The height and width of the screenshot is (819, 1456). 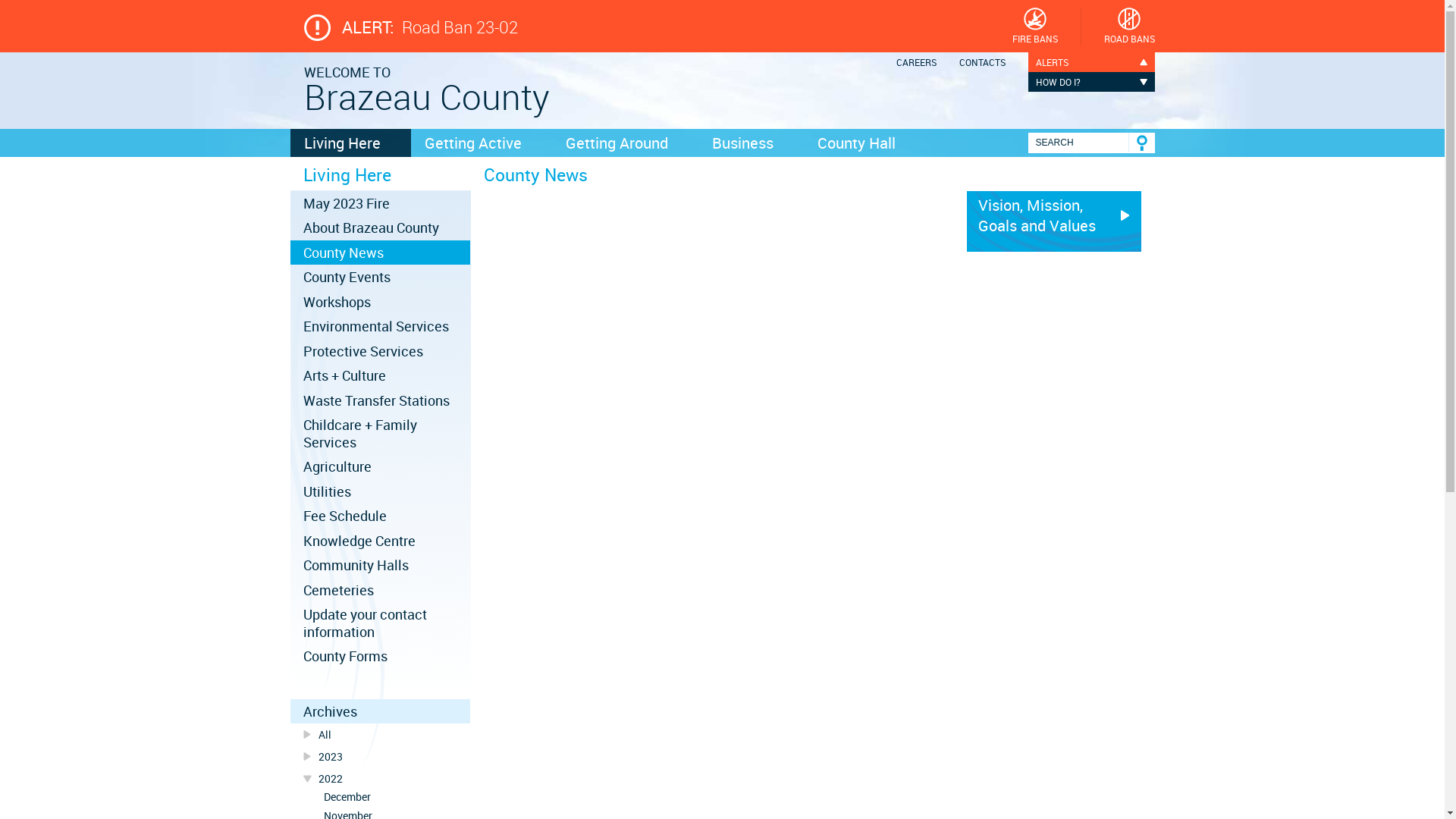 I want to click on 'CAREERS', so click(x=915, y=61).